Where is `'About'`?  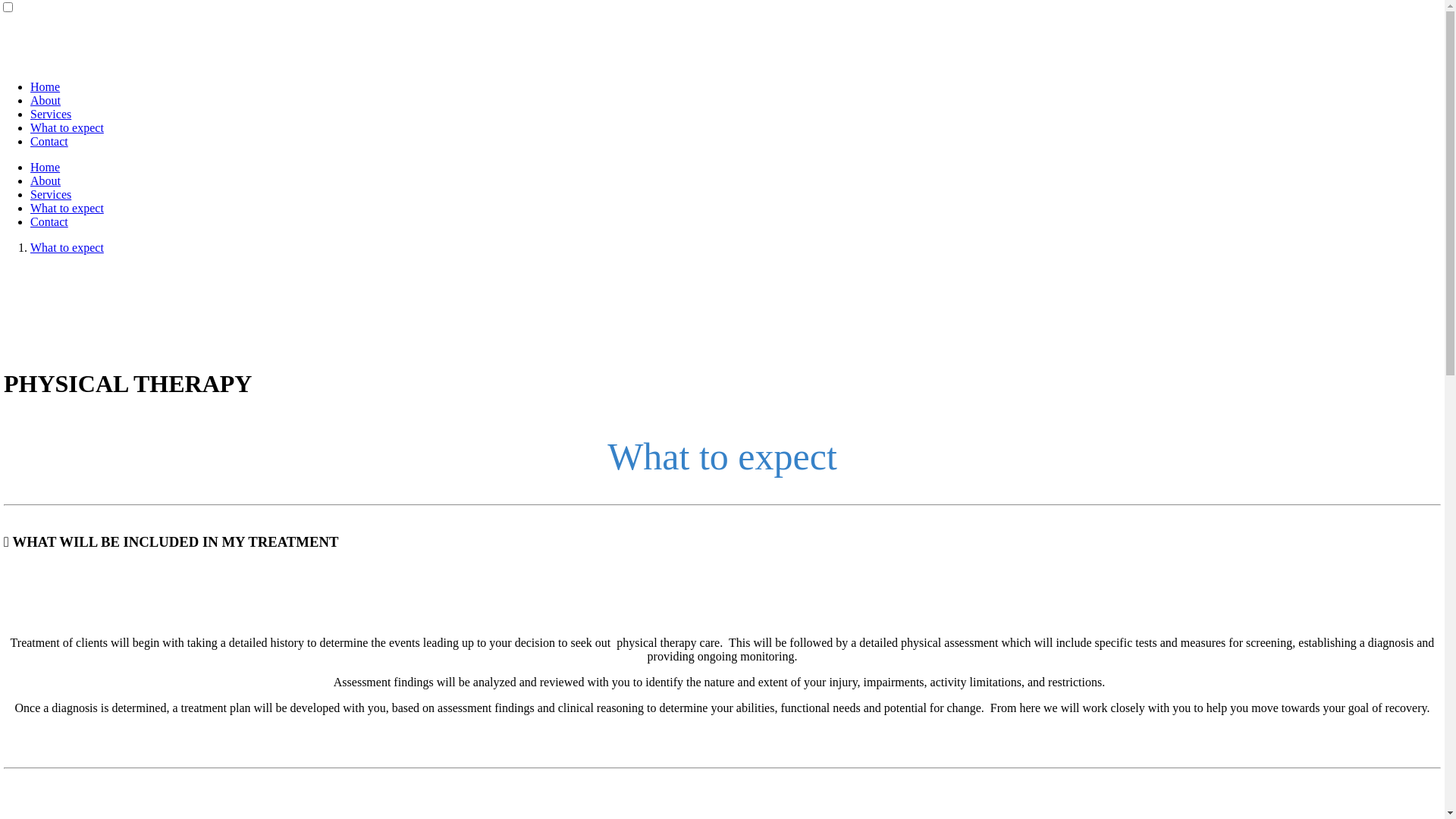 'About' is located at coordinates (45, 180).